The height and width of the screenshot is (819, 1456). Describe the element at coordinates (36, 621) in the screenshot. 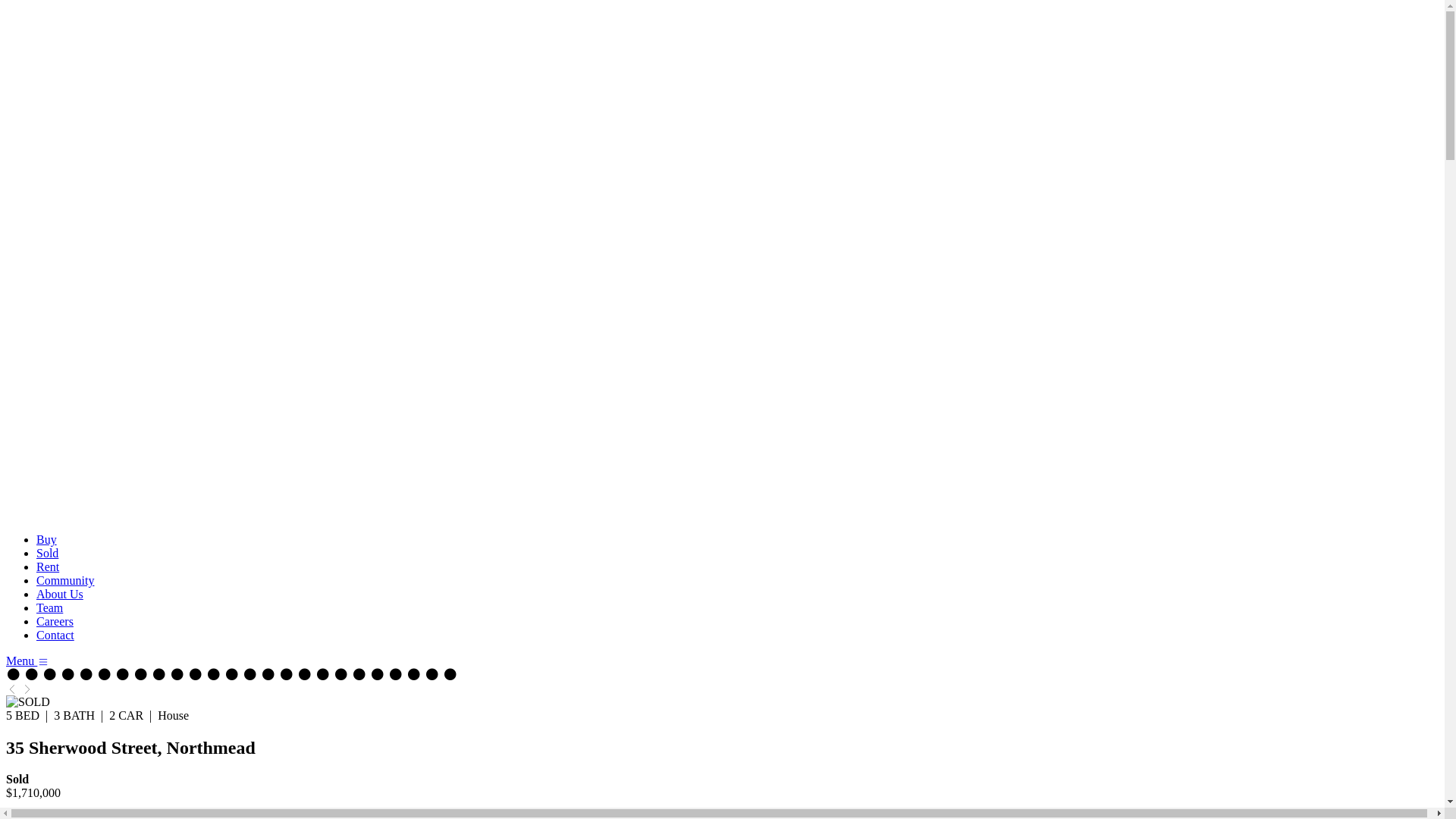

I see `'Careers'` at that location.